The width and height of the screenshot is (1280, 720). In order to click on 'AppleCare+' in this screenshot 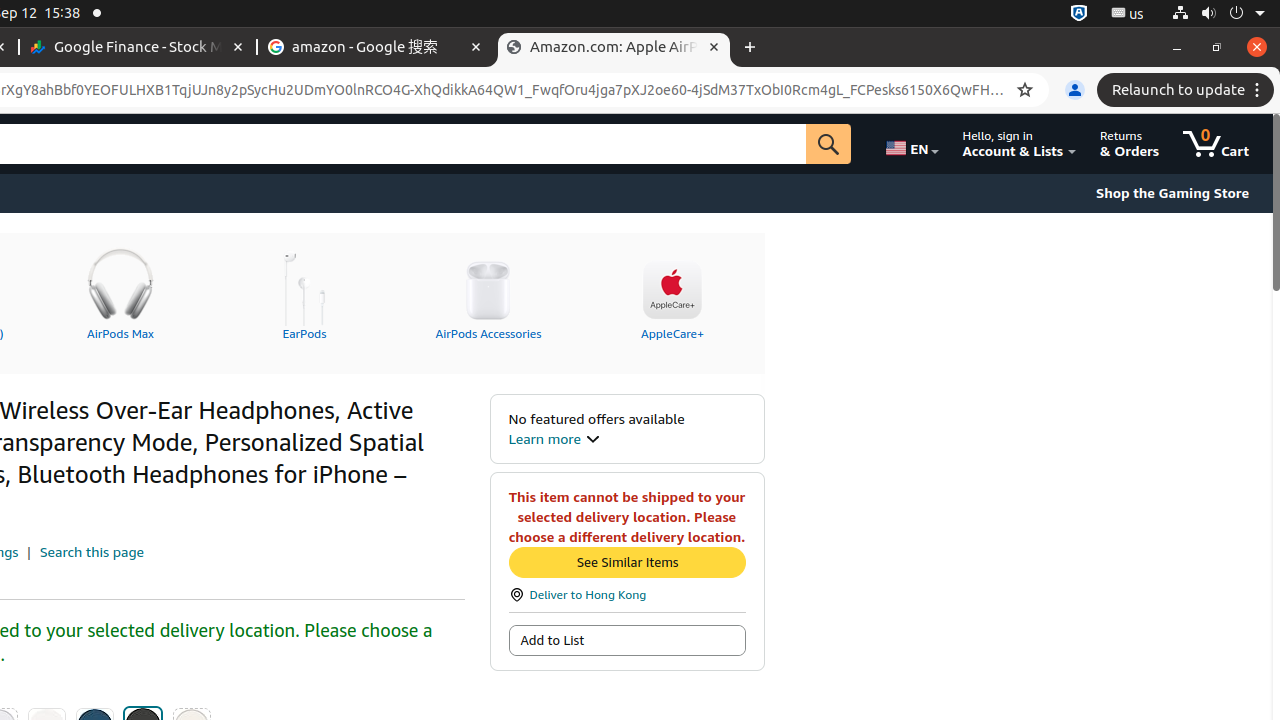, I will do `click(672, 291)`.